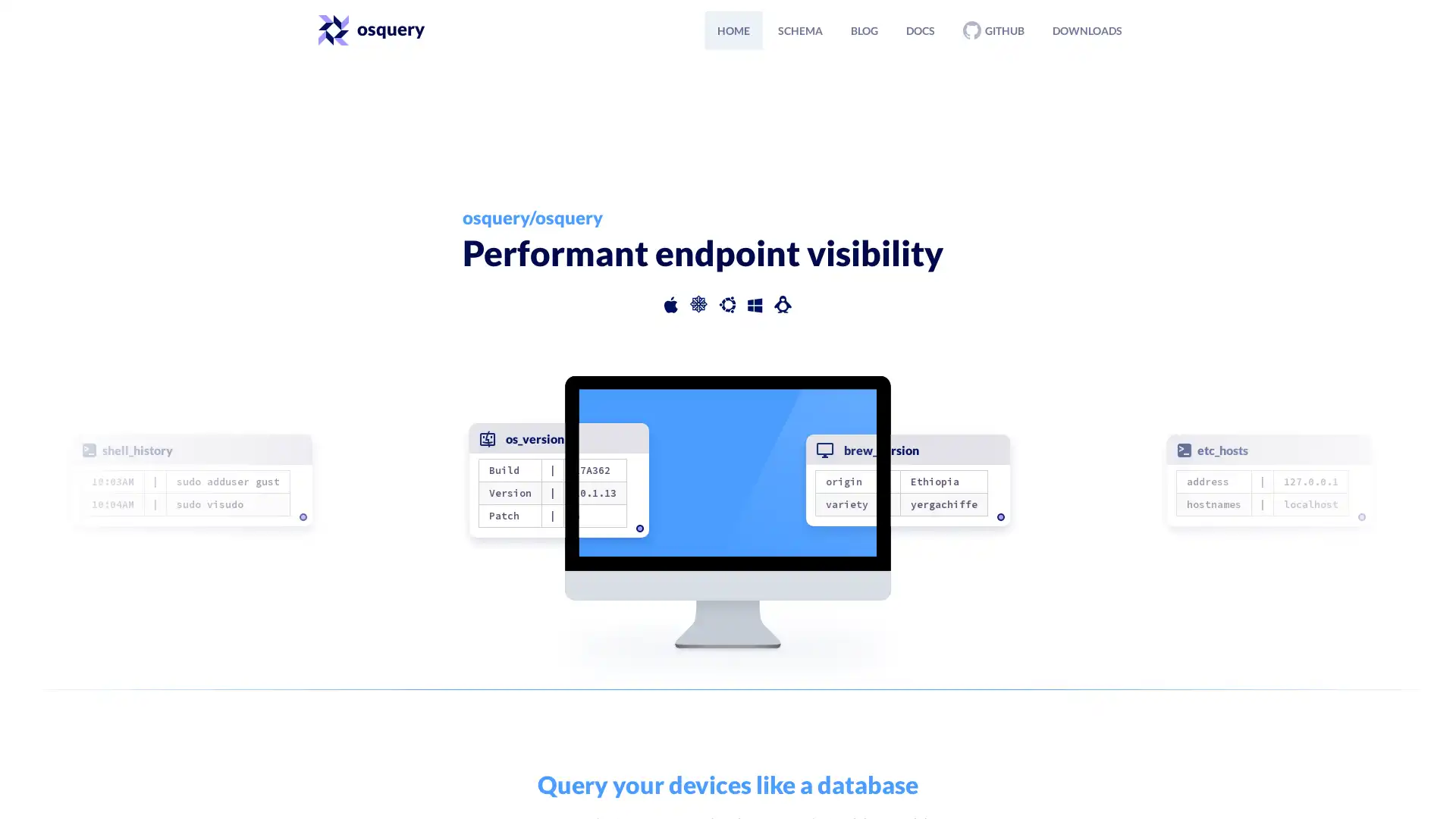 Image resolution: width=1456 pixels, height=819 pixels. What do you see at coordinates (920, 30) in the screenshot?
I see `DOCS` at bounding box center [920, 30].